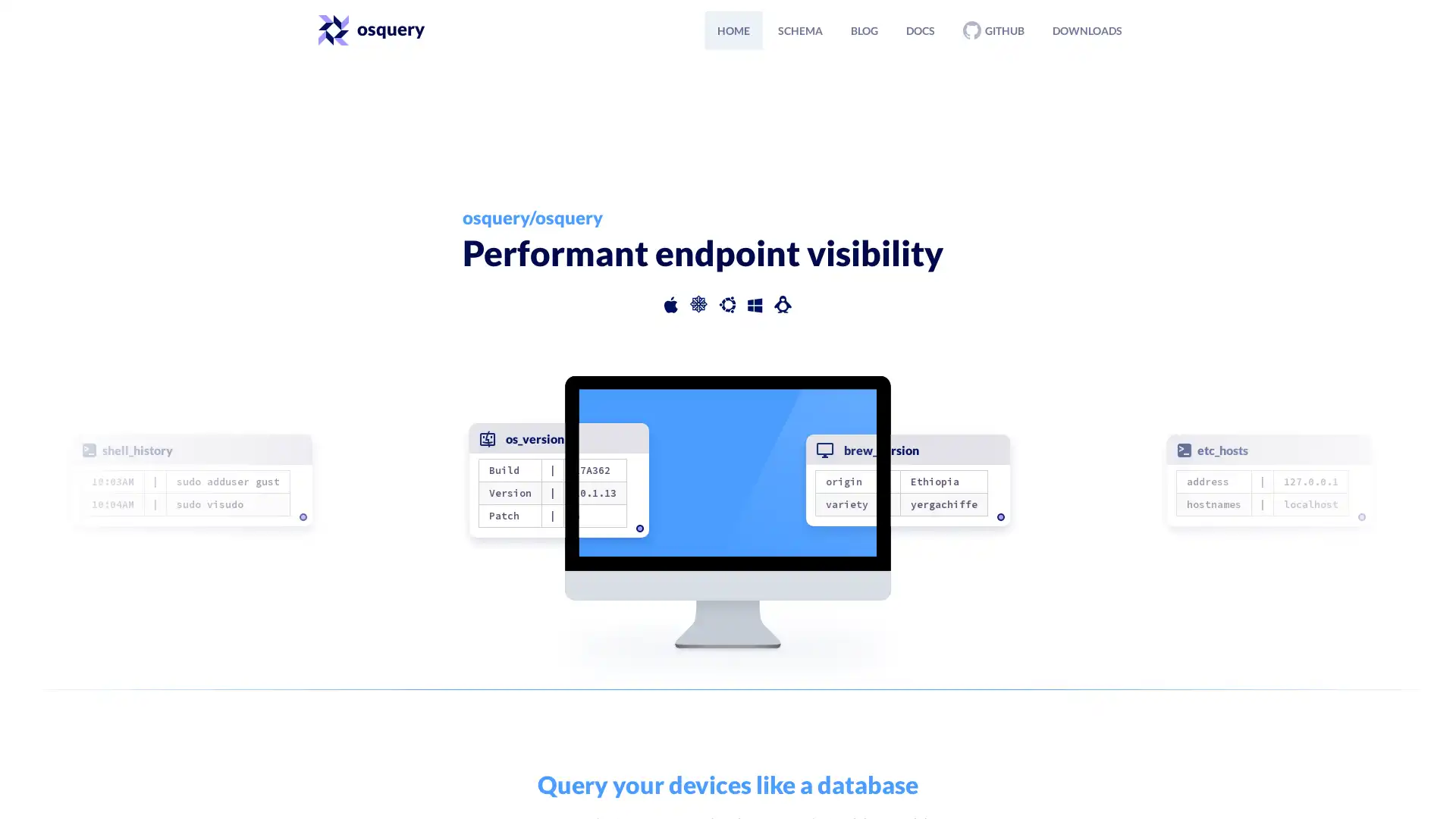 Image resolution: width=1456 pixels, height=819 pixels. What do you see at coordinates (920, 30) in the screenshot?
I see `DOCS` at bounding box center [920, 30].